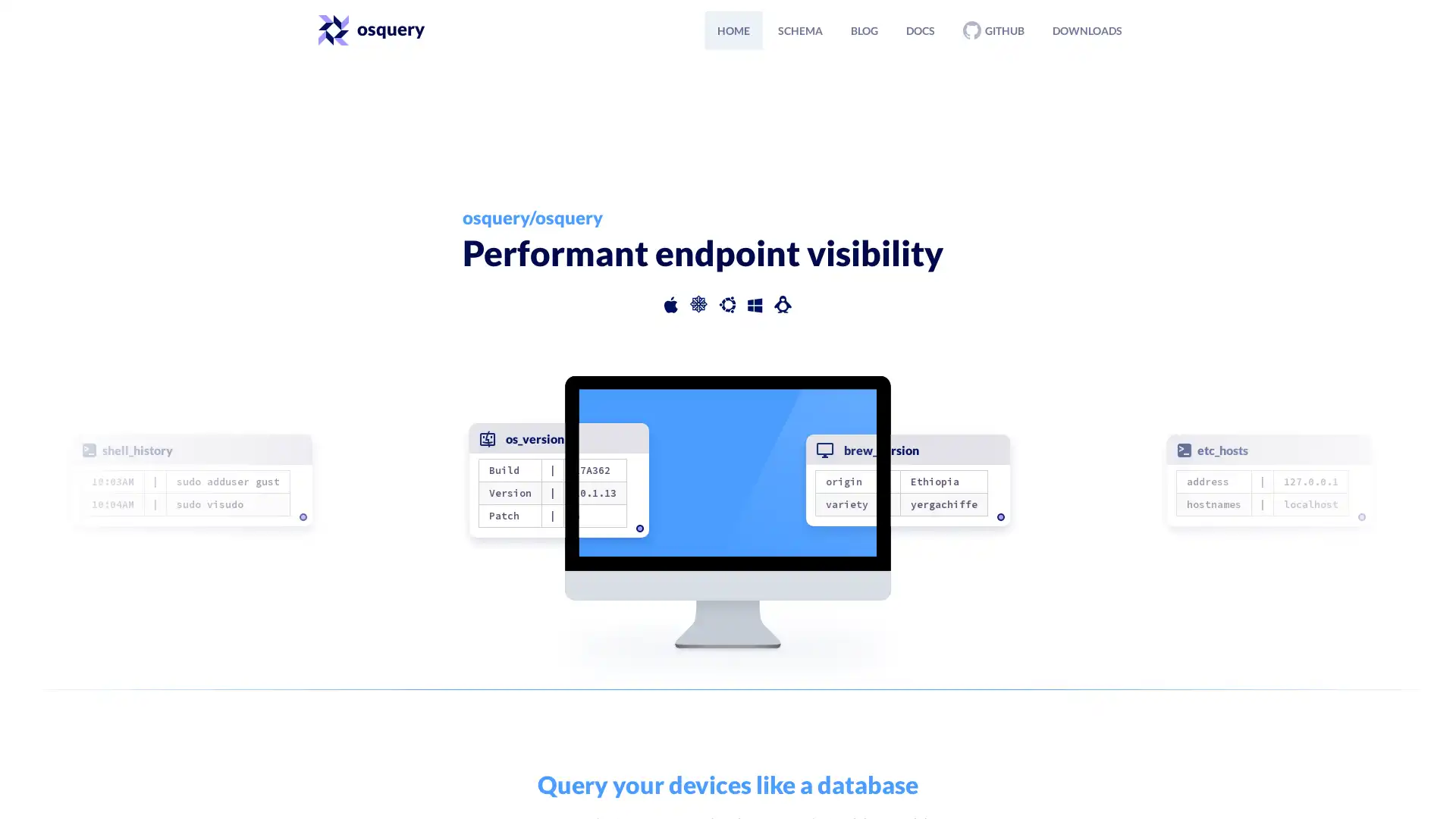 Image resolution: width=1456 pixels, height=819 pixels. What do you see at coordinates (920, 30) in the screenshot?
I see `DOCS` at bounding box center [920, 30].